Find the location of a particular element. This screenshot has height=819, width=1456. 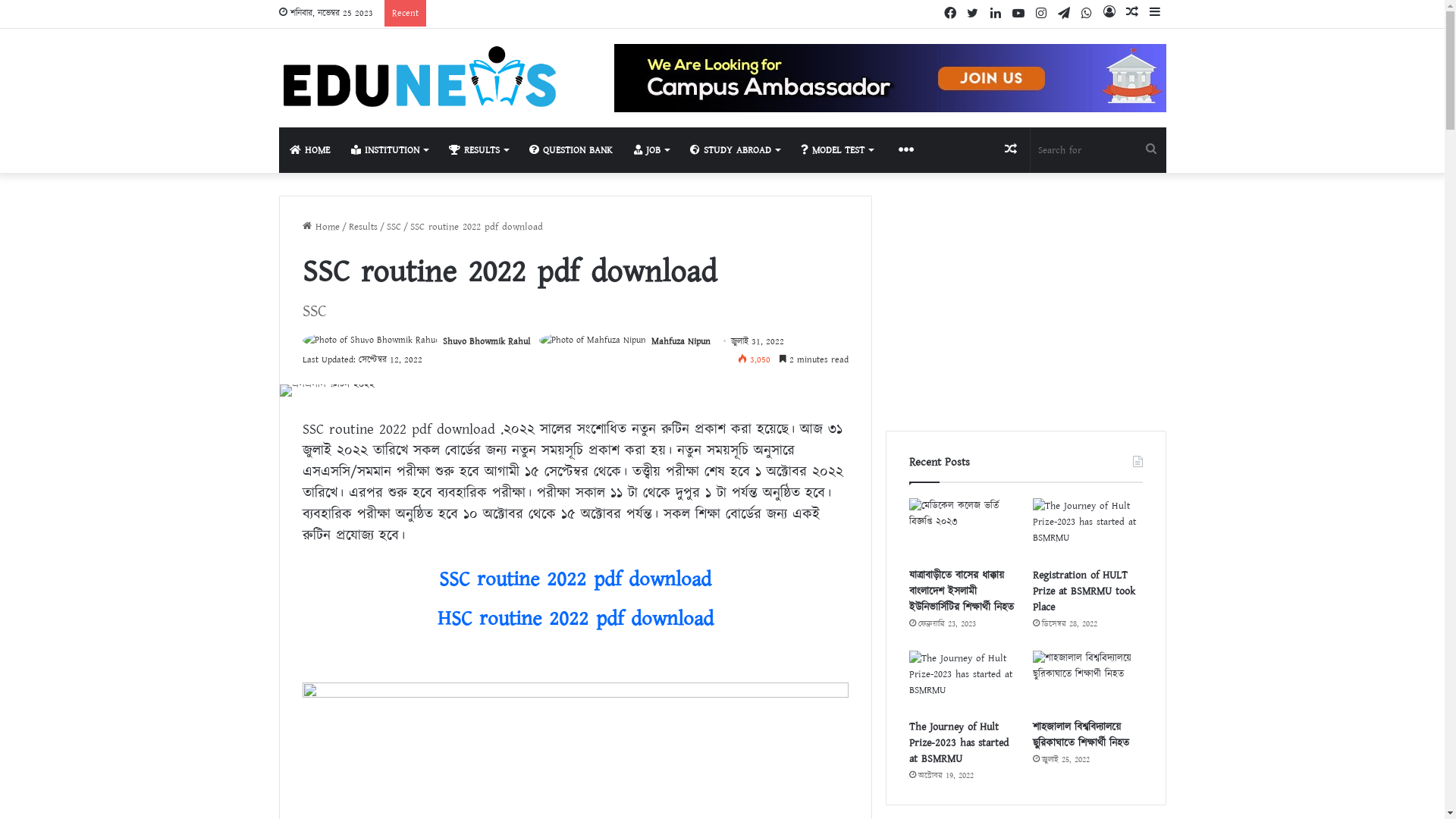

'Log In' is located at coordinates (1109, 13).